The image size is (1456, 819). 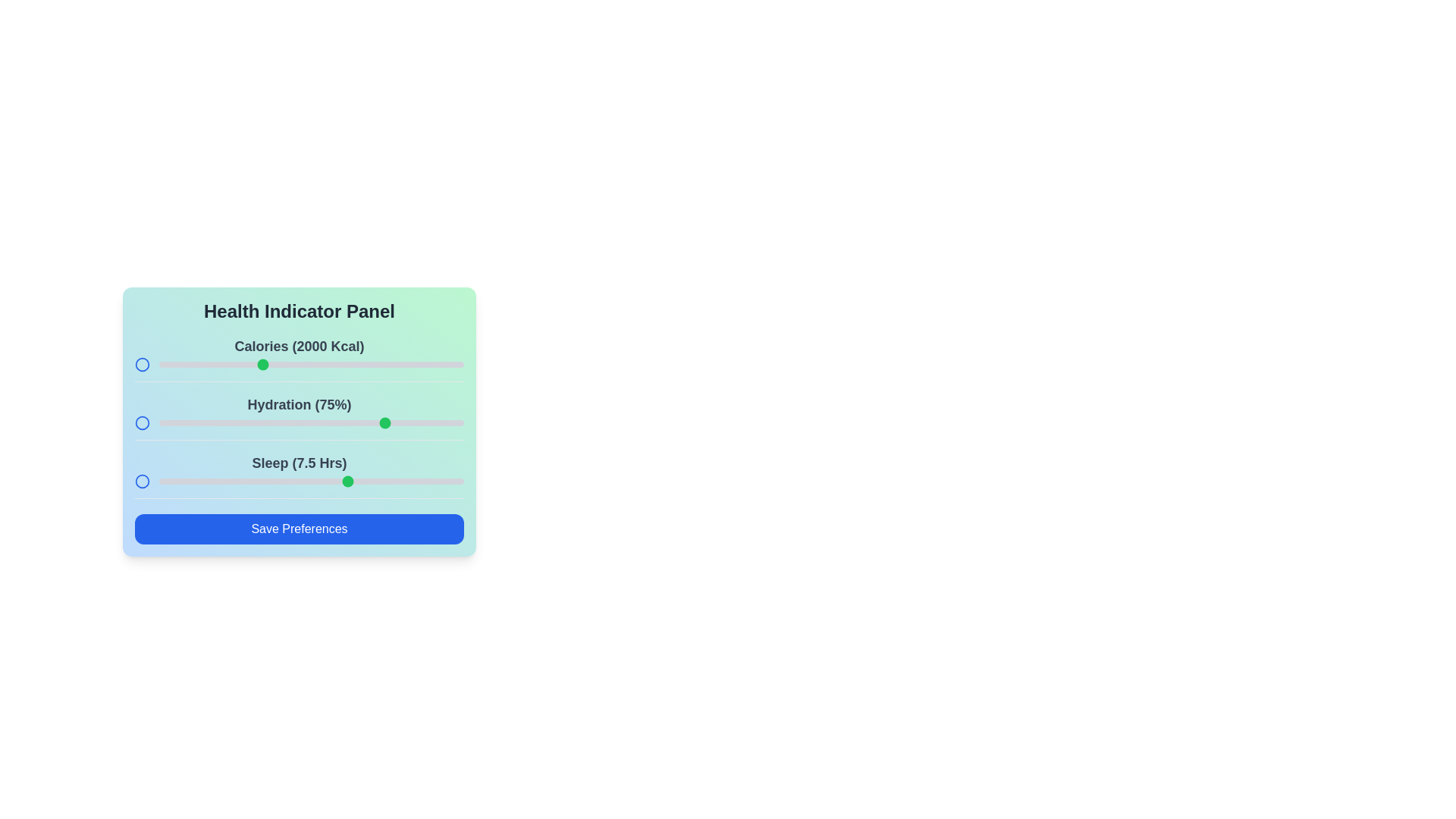 What do you see at coordinates (159, 423) in the screenshot?
I see `the hydration slider to 0%` at bounding box center [159, 423].